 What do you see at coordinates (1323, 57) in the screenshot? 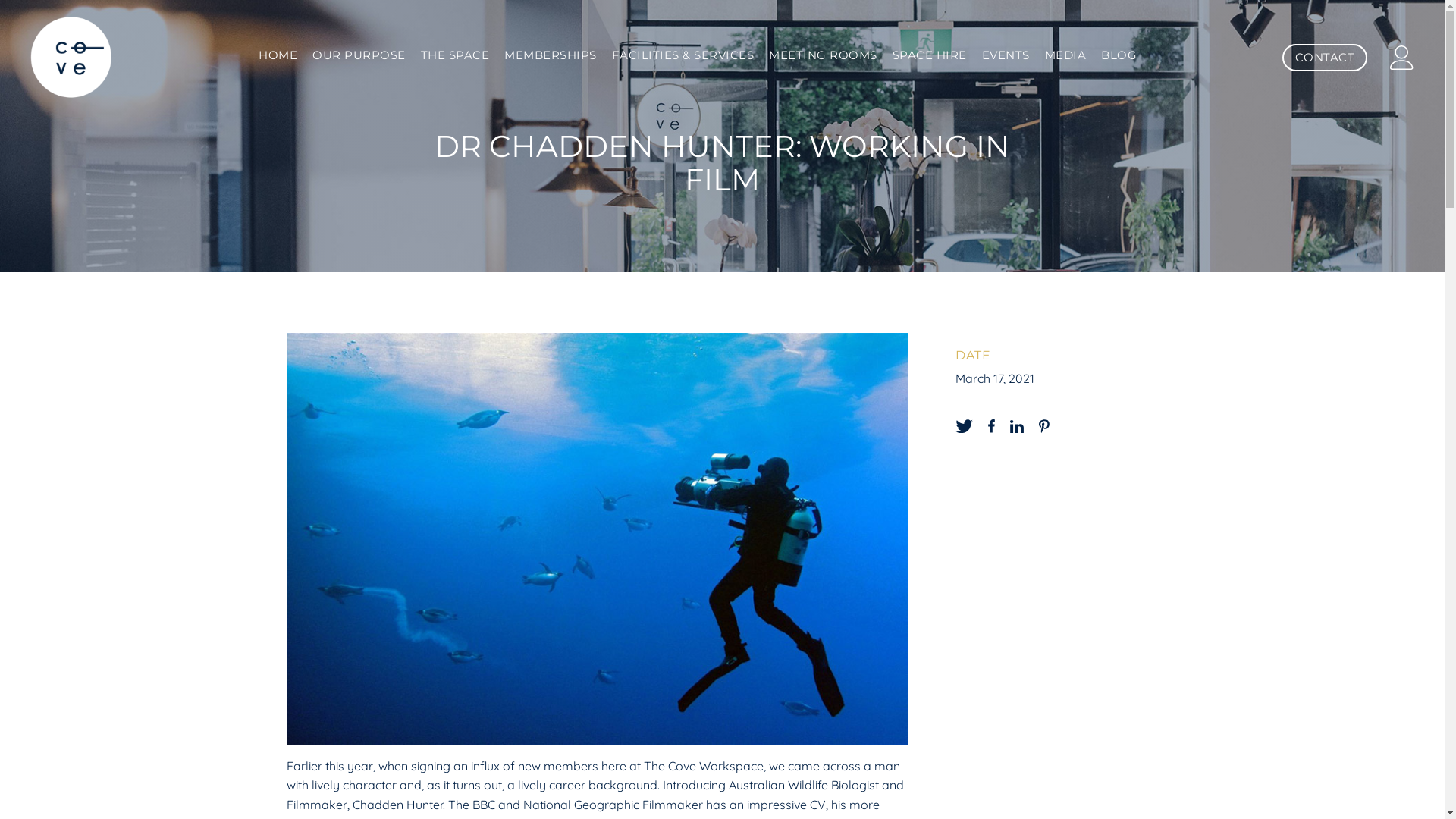
I see `'CONTACT'` at bounding box center [1323, 57].